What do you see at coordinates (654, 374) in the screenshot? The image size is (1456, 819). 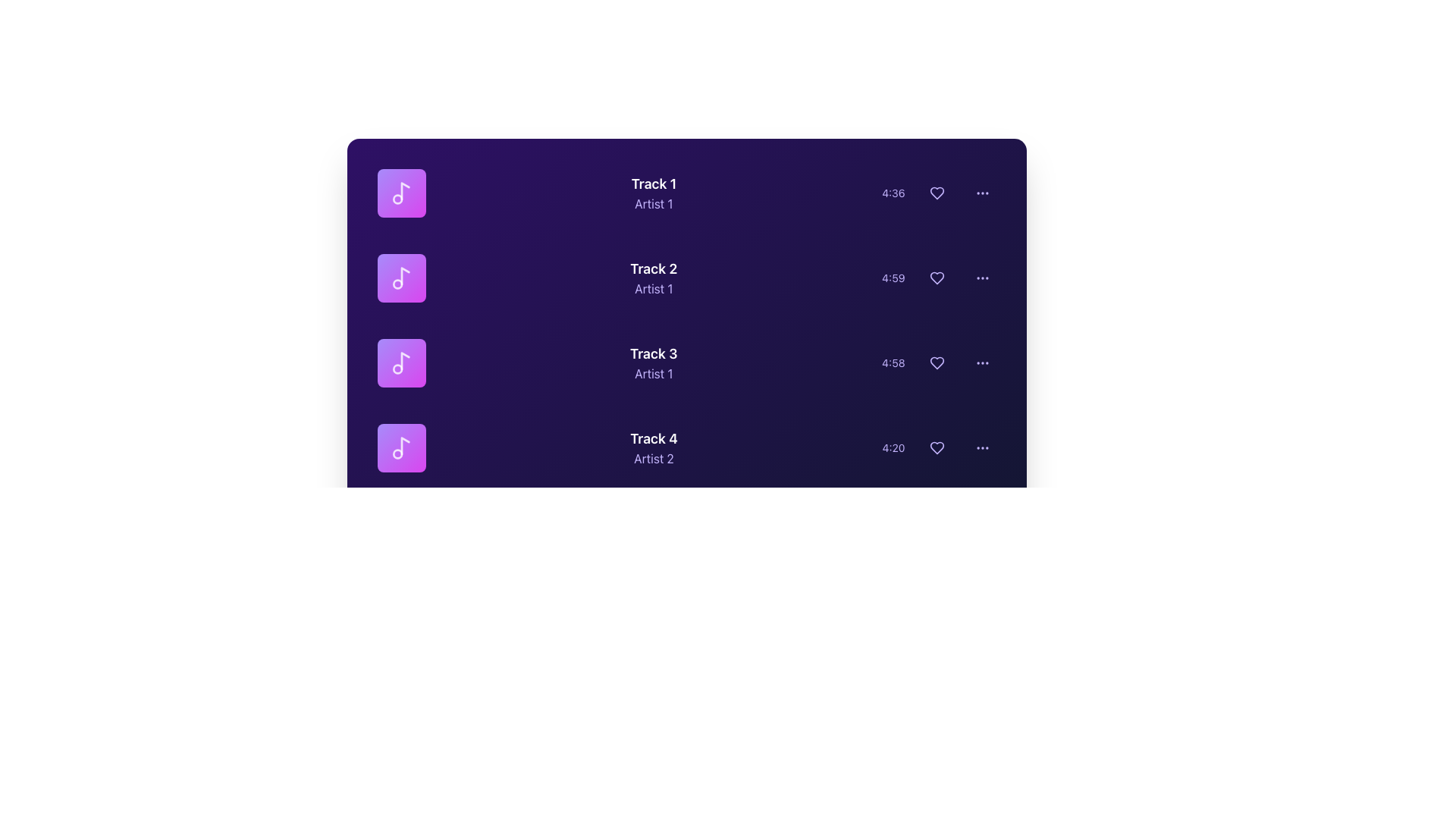 I see `the text label displaying 'Artist 1', which is styled in purple and located directly under 'Track 3' in the track list` at bounding box center [654, 374].